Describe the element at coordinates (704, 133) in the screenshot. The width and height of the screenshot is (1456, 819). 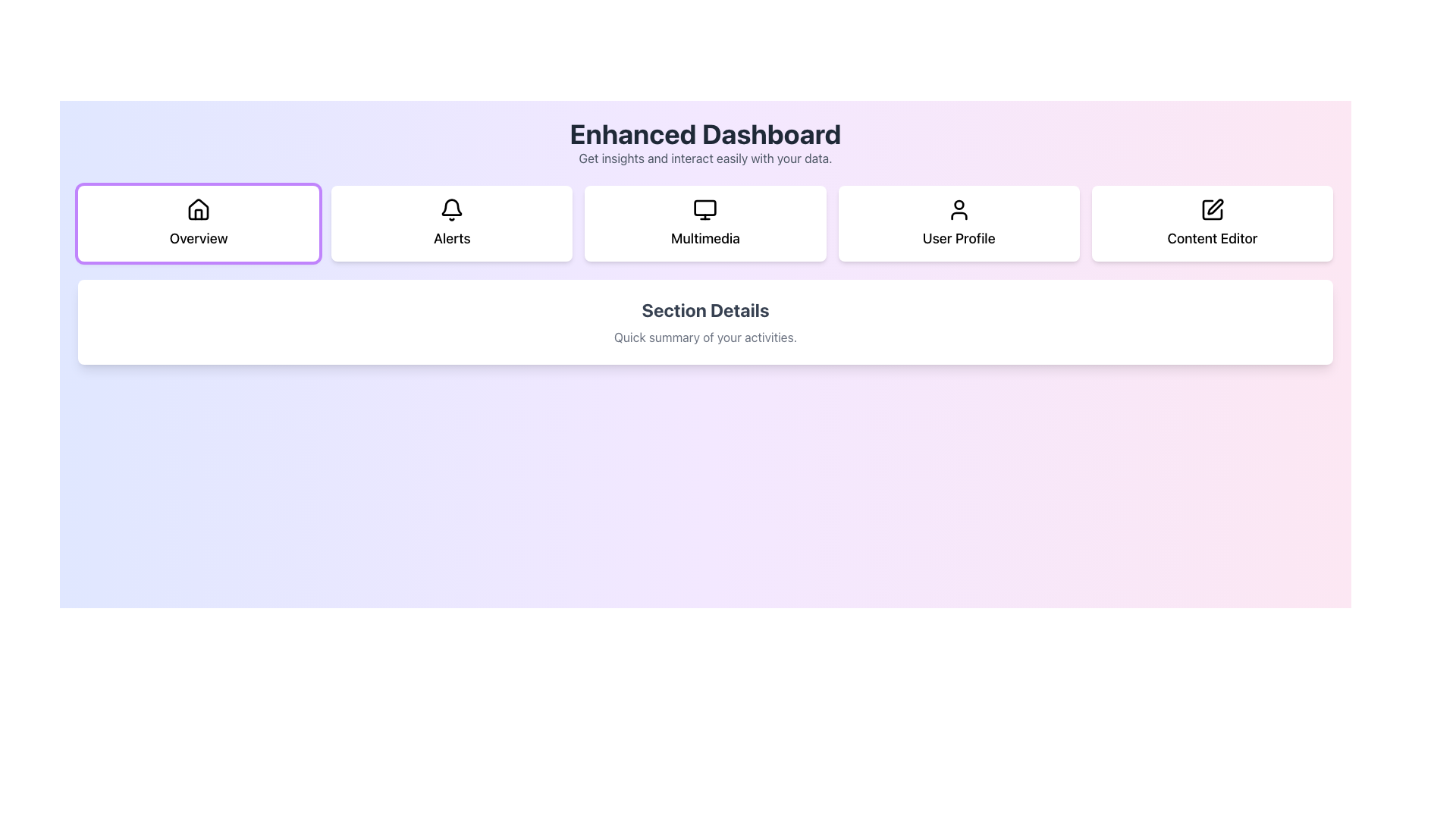
I see `the header text element displaying 'Enhanced Dashboard', which is styled in large, bold font and located at the top center of the layout` at that location.